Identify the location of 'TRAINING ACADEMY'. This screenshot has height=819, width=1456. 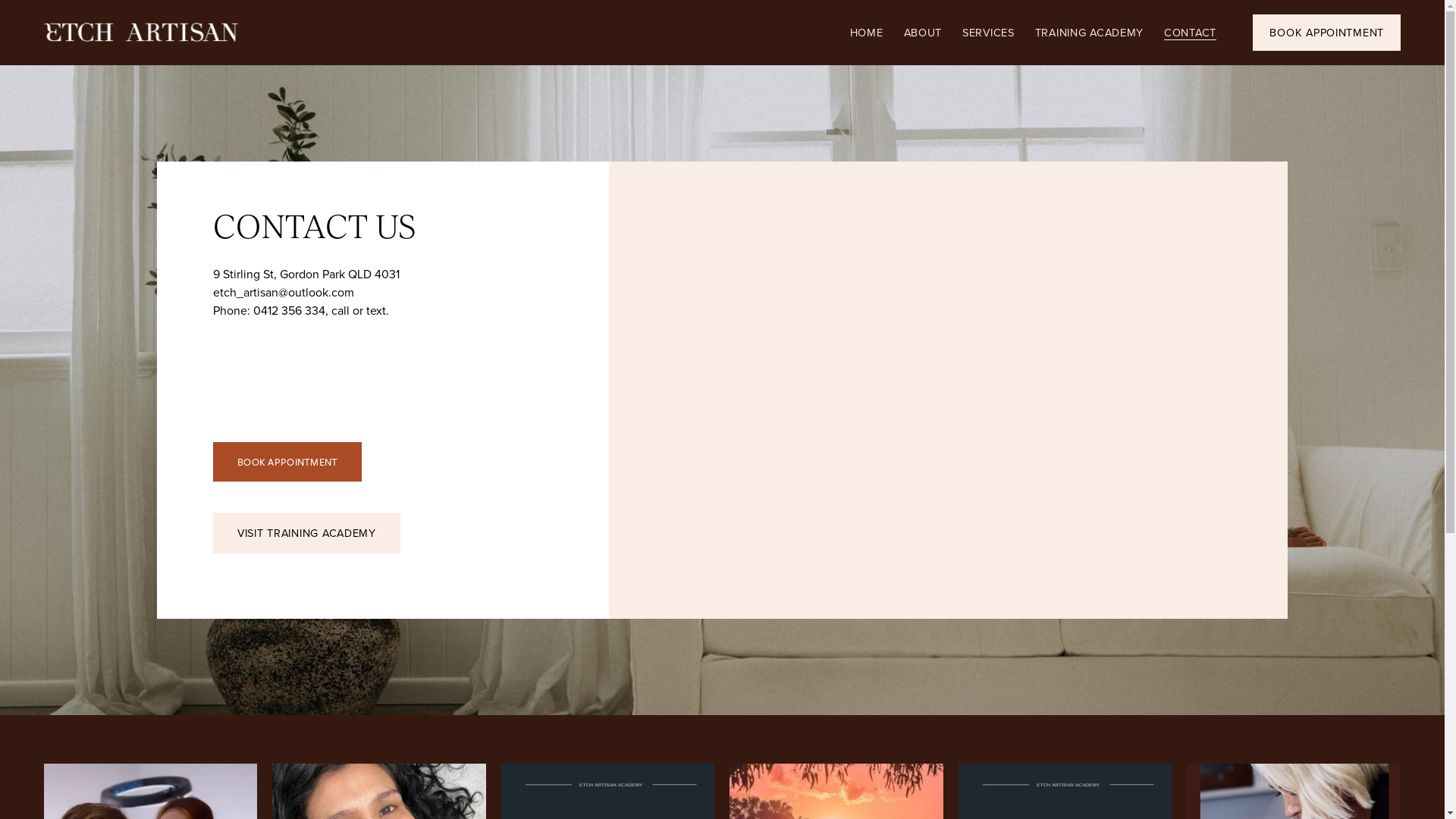
(1088, 32).